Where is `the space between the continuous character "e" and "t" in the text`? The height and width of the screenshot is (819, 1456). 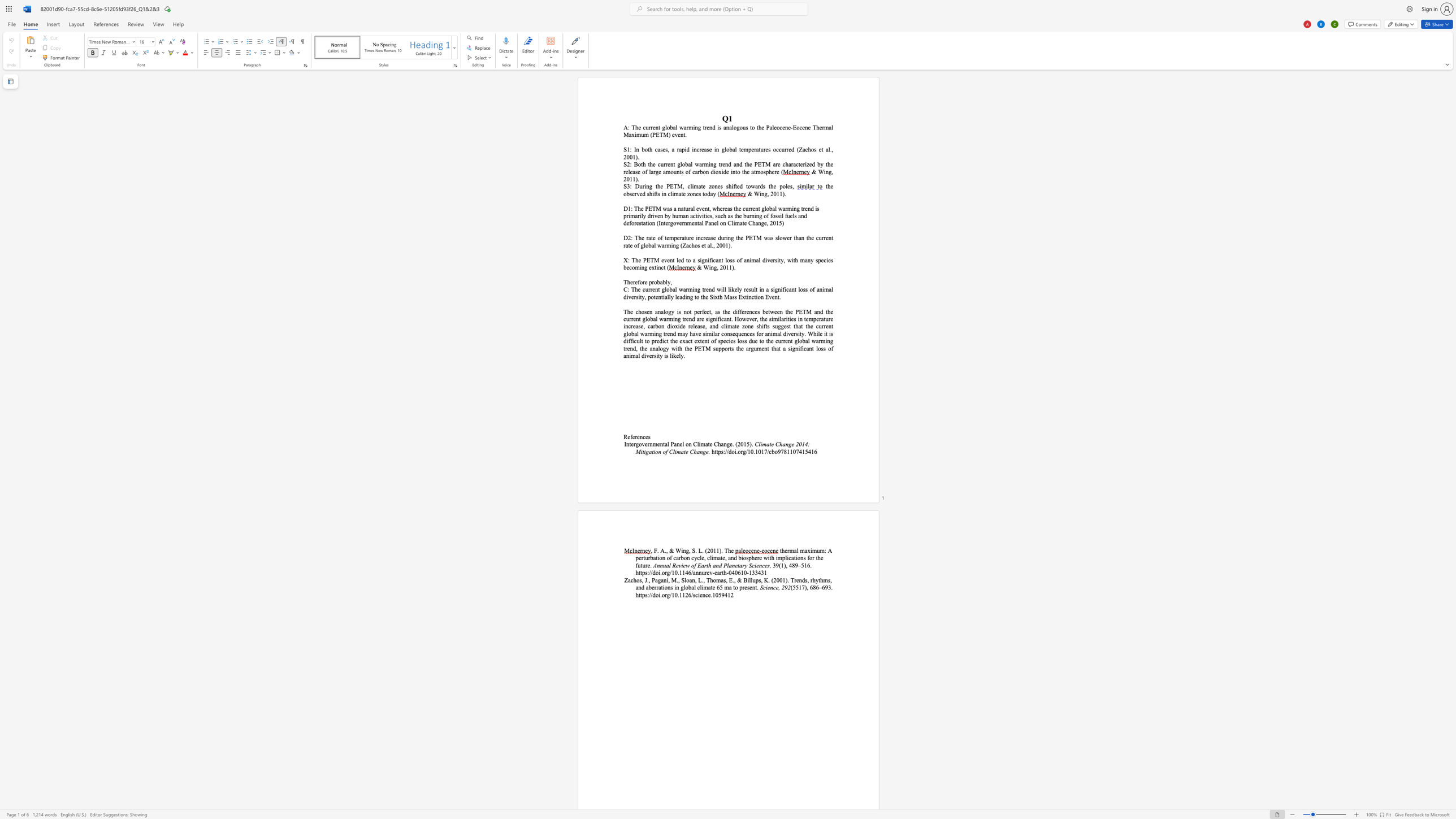
the space between the continuous character "e" and "t" in the text is located at coordinates (821, 149).